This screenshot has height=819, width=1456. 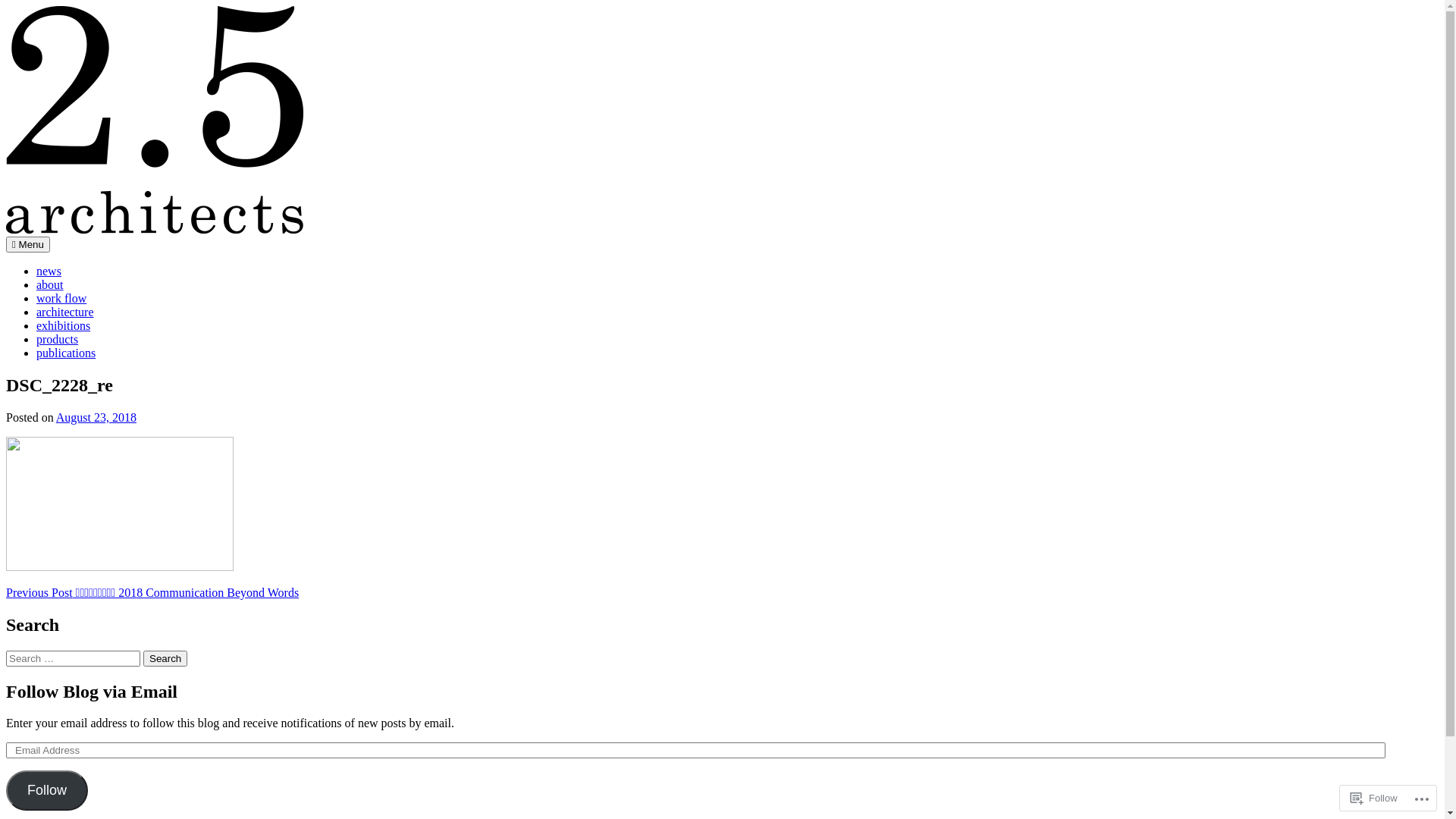 I want to click on 'publications', so click(x=64, y=353).